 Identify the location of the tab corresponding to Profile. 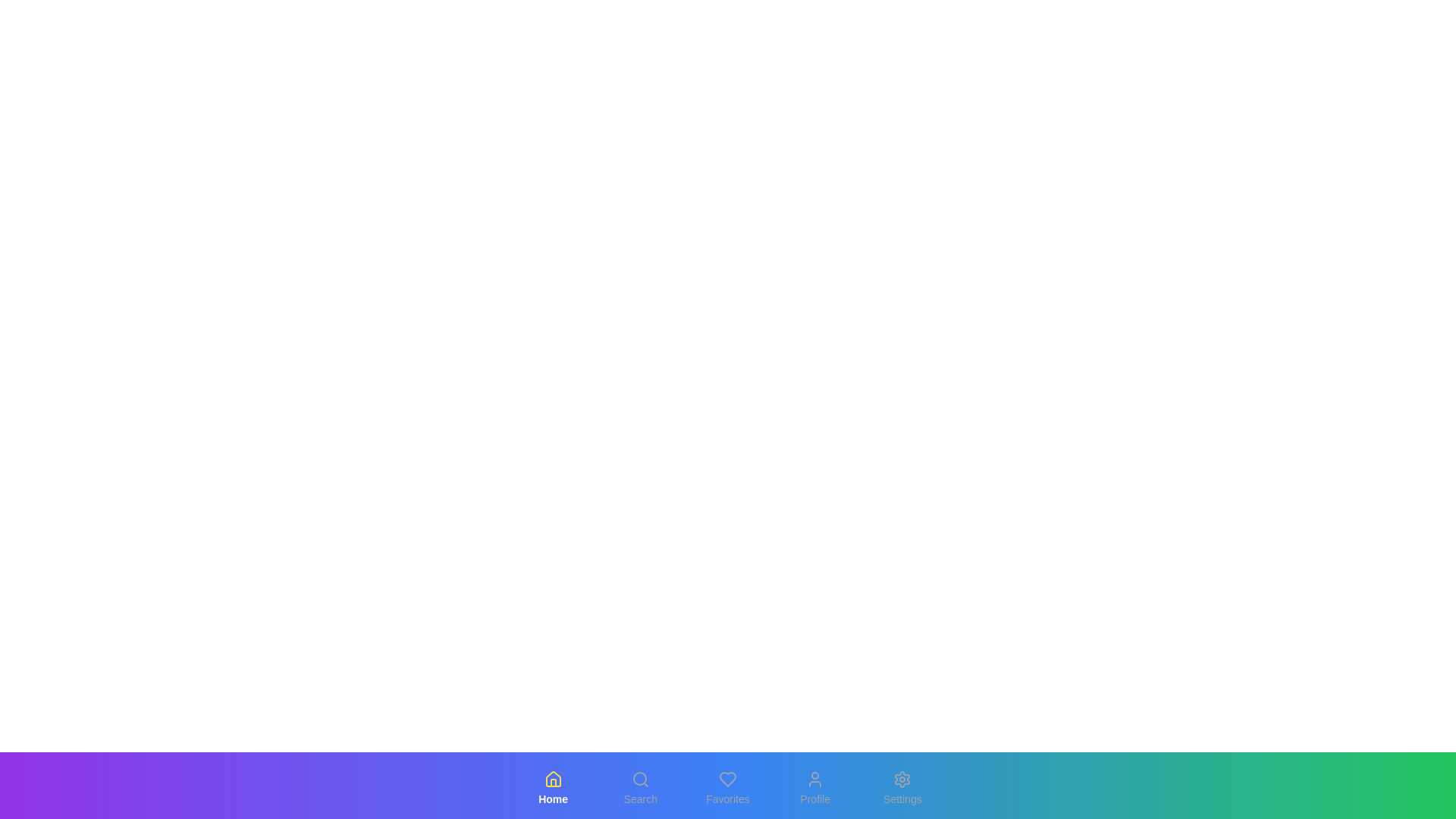
(814, 788).